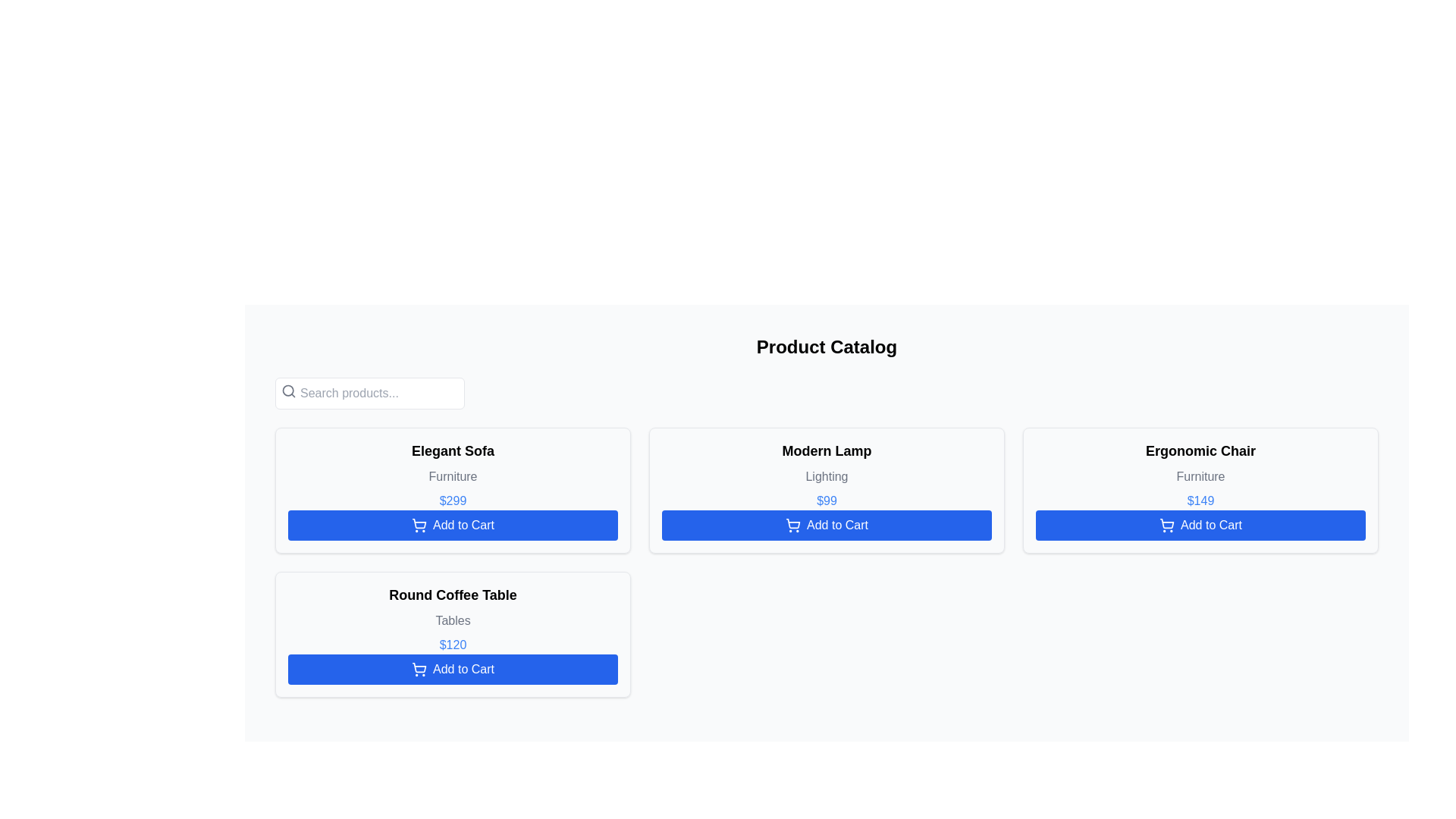  I want to click on the 'Add to Cart' icon located within the blue button under the 'Round Coffee Table' product card, so click(419, 669).